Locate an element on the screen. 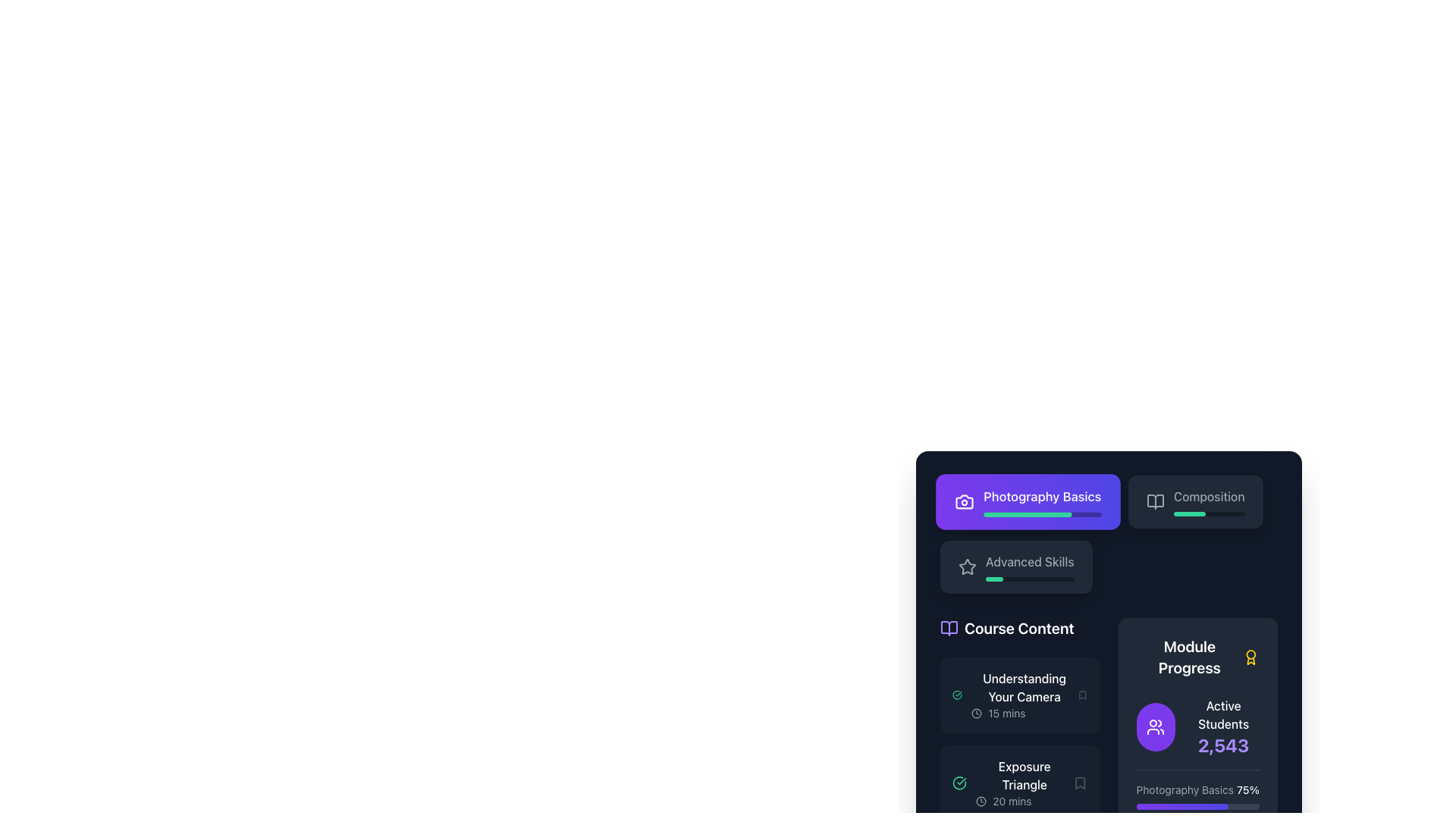 This screenshot has width=1456, height=819. the completion indicator icon for the 'Exposure Triangle' item located to the left of the text 'Exposure Triangle' in the 'Course Content' section is located at coordinates (959, 783).